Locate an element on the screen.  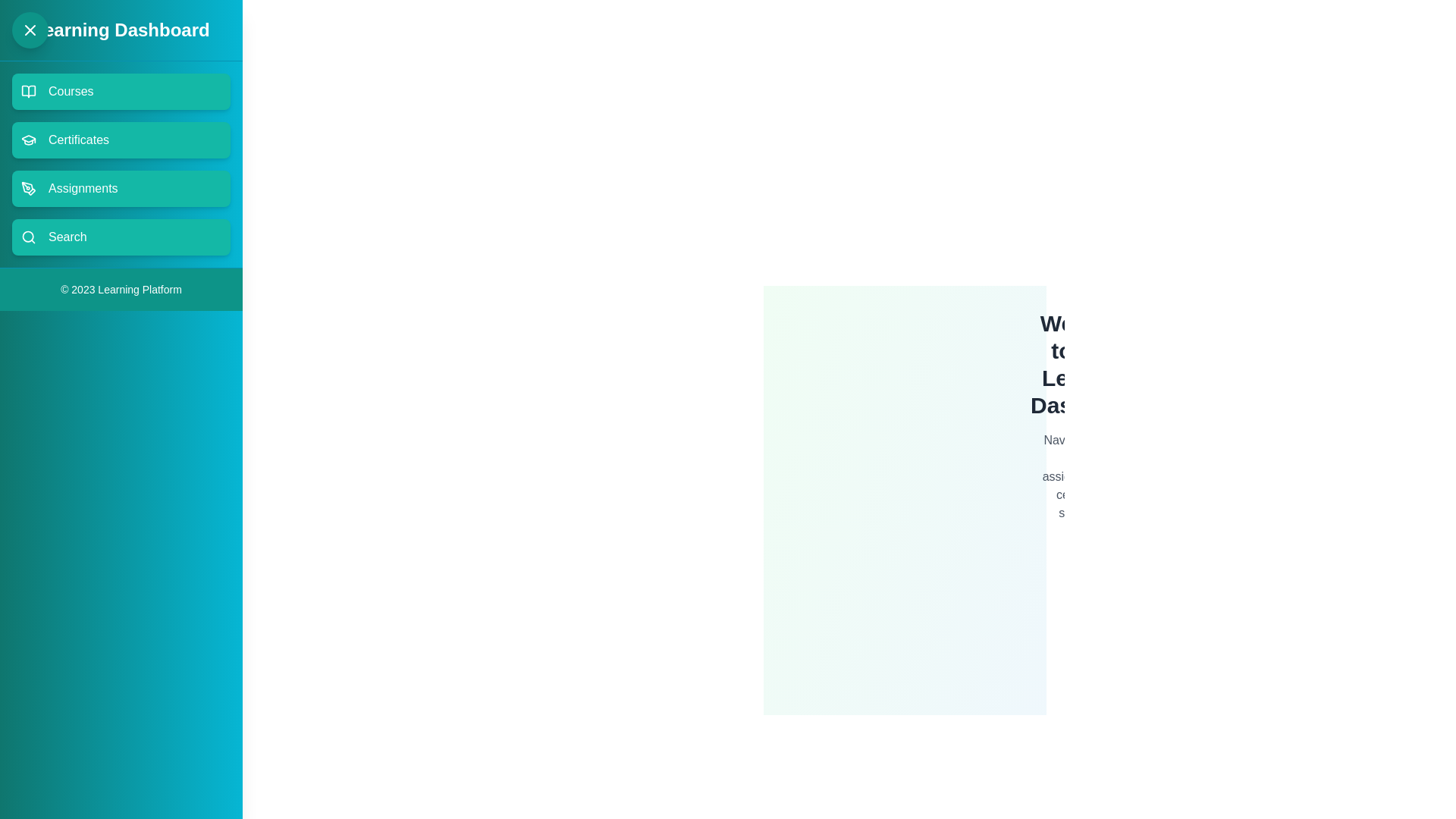
the 'Courses' button, which is the topmost button in the vertical navigation menu is located at coordinates (70, 91).